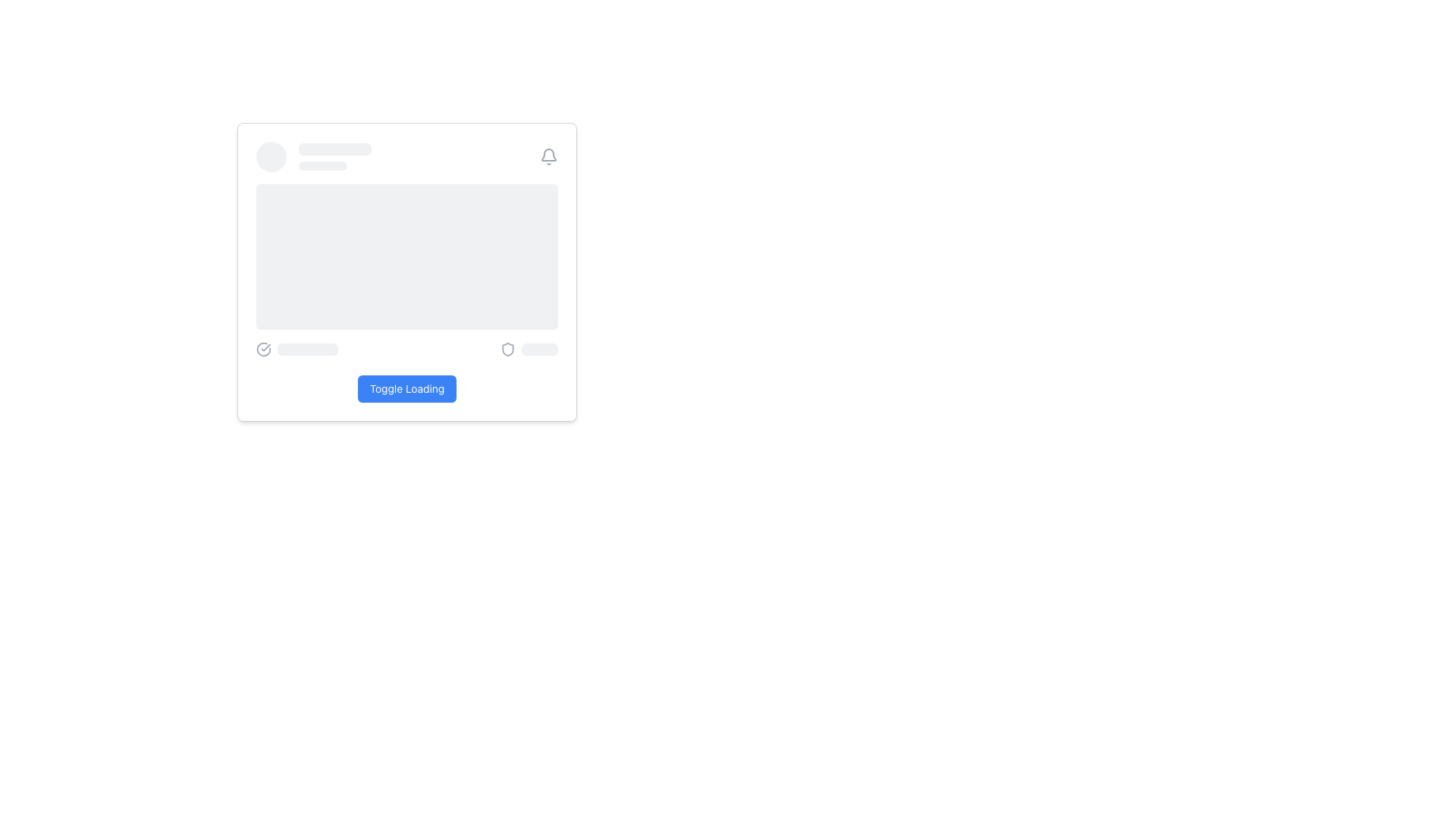  Describe the element at coordinates (334, 149) in the screenshot. I see `the Skeleton Loader Placeholder, which is a rectangular element with a light gray background and rounded corners, located at the upper section of the interface` at that location.